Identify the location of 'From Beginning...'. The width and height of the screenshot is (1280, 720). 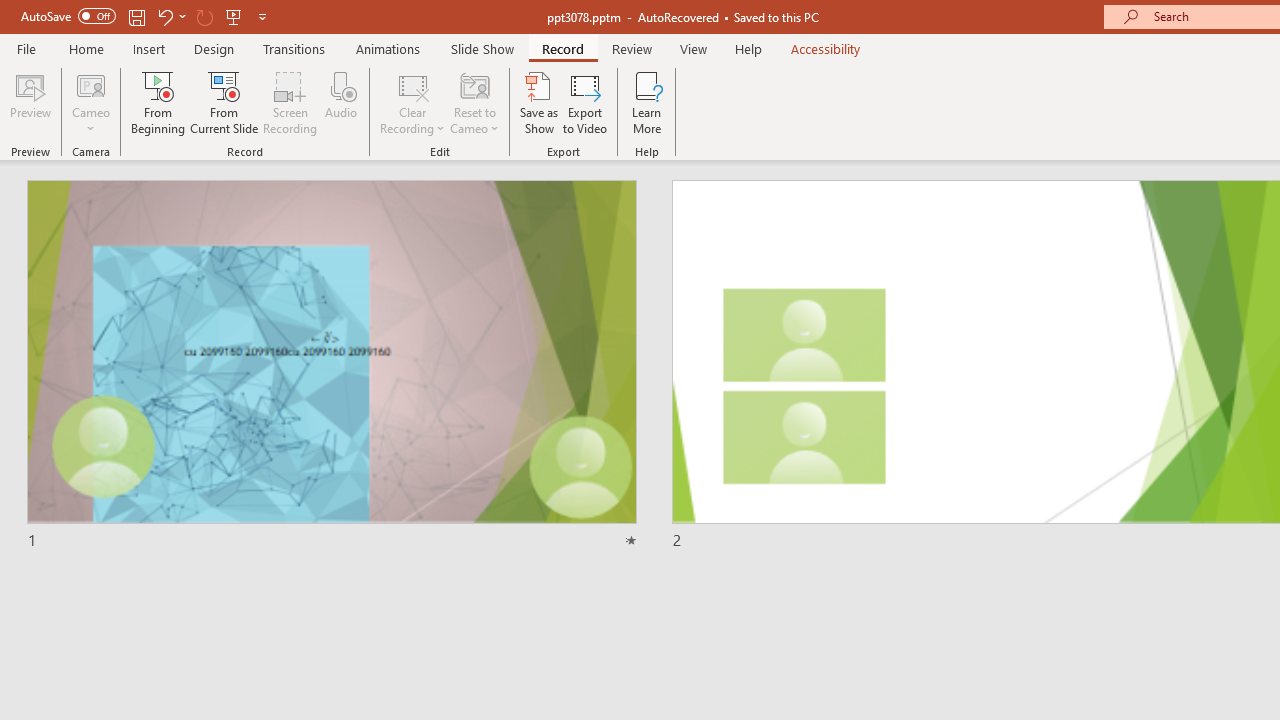
(157, 103).